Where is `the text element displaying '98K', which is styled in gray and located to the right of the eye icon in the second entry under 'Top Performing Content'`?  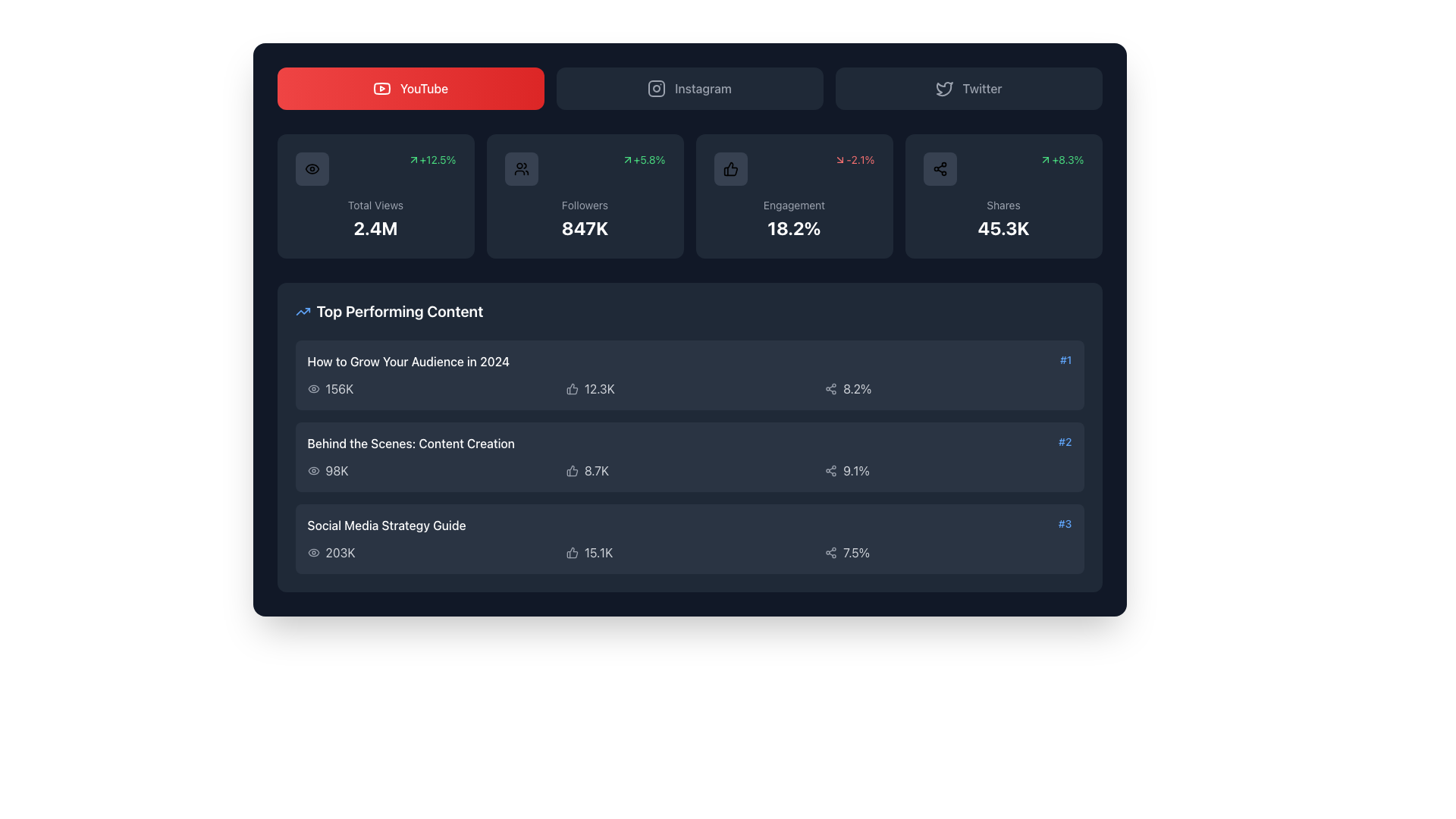 the text element displaying '98K', which is styled in gray and located to the right of the eye icon in the second entry under 'Top Performing Content' is located at coordinates (336, 470).